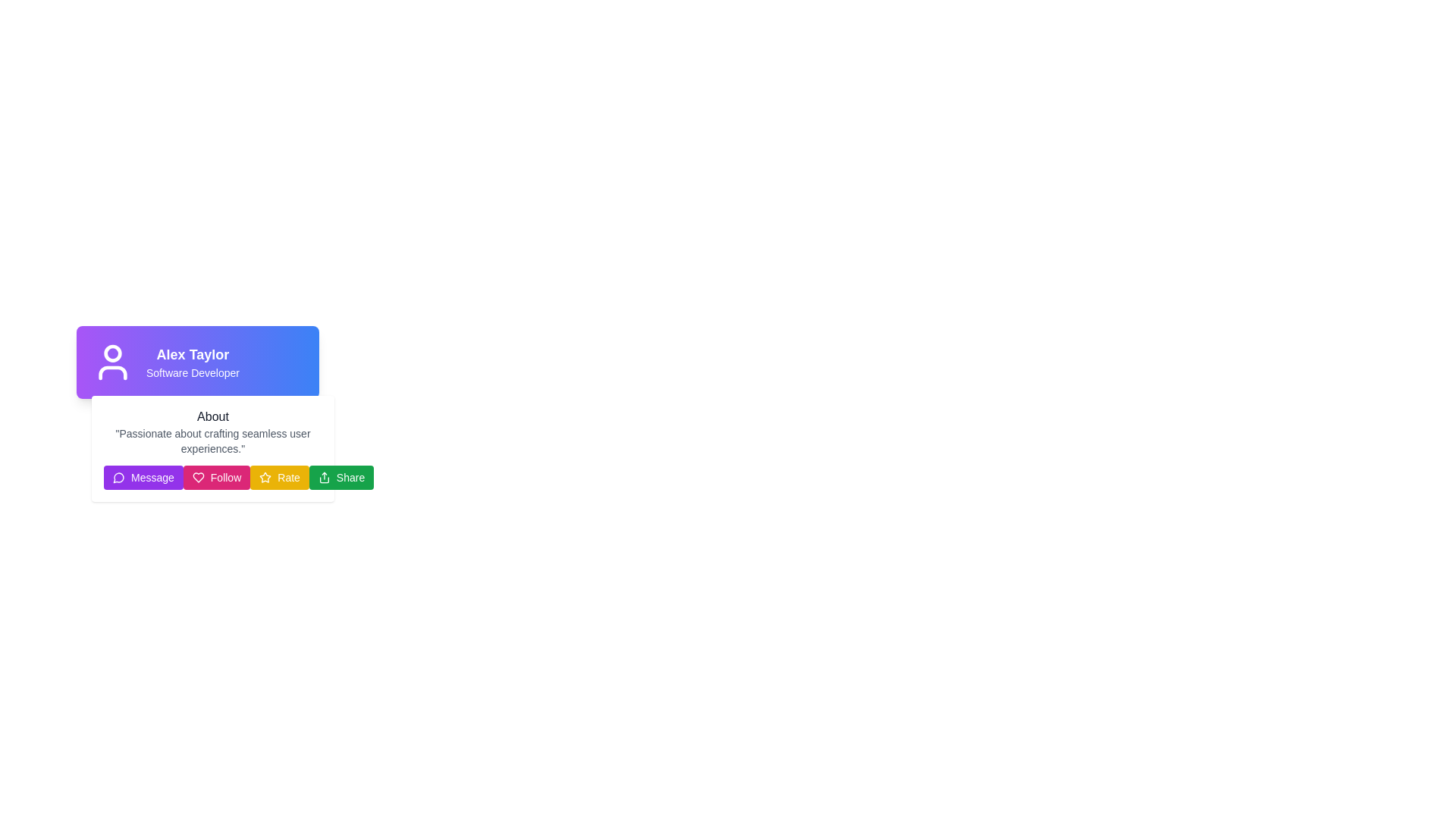  What do you see at coordinates (212, 476) in the screenshot?
I see `the 'Follow' button with a pink background and white text, located to the right of the 'Message' button and left of the 'Rate' button, to initiate the follow action` at bounding box center [212, 476].